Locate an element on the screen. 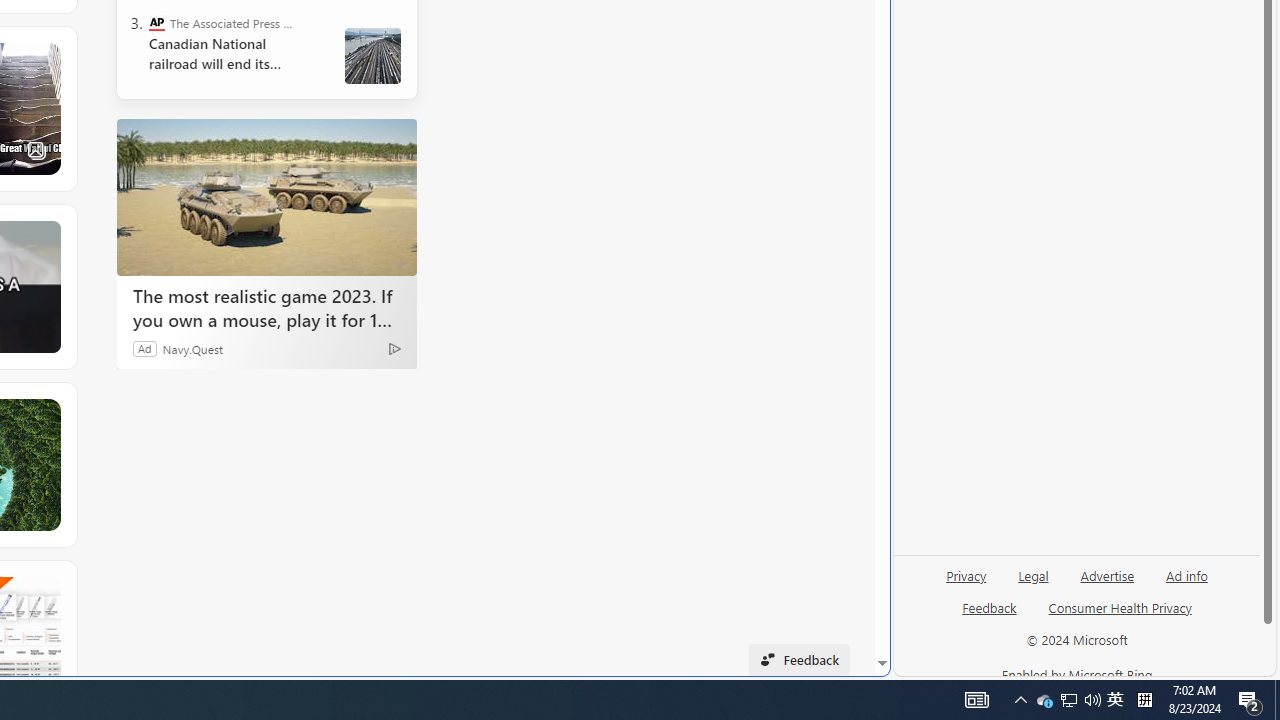 The width and height of the screenshot is (1280, 720). ' Canada Railroads Unions' is located at coordinates (373, 55).